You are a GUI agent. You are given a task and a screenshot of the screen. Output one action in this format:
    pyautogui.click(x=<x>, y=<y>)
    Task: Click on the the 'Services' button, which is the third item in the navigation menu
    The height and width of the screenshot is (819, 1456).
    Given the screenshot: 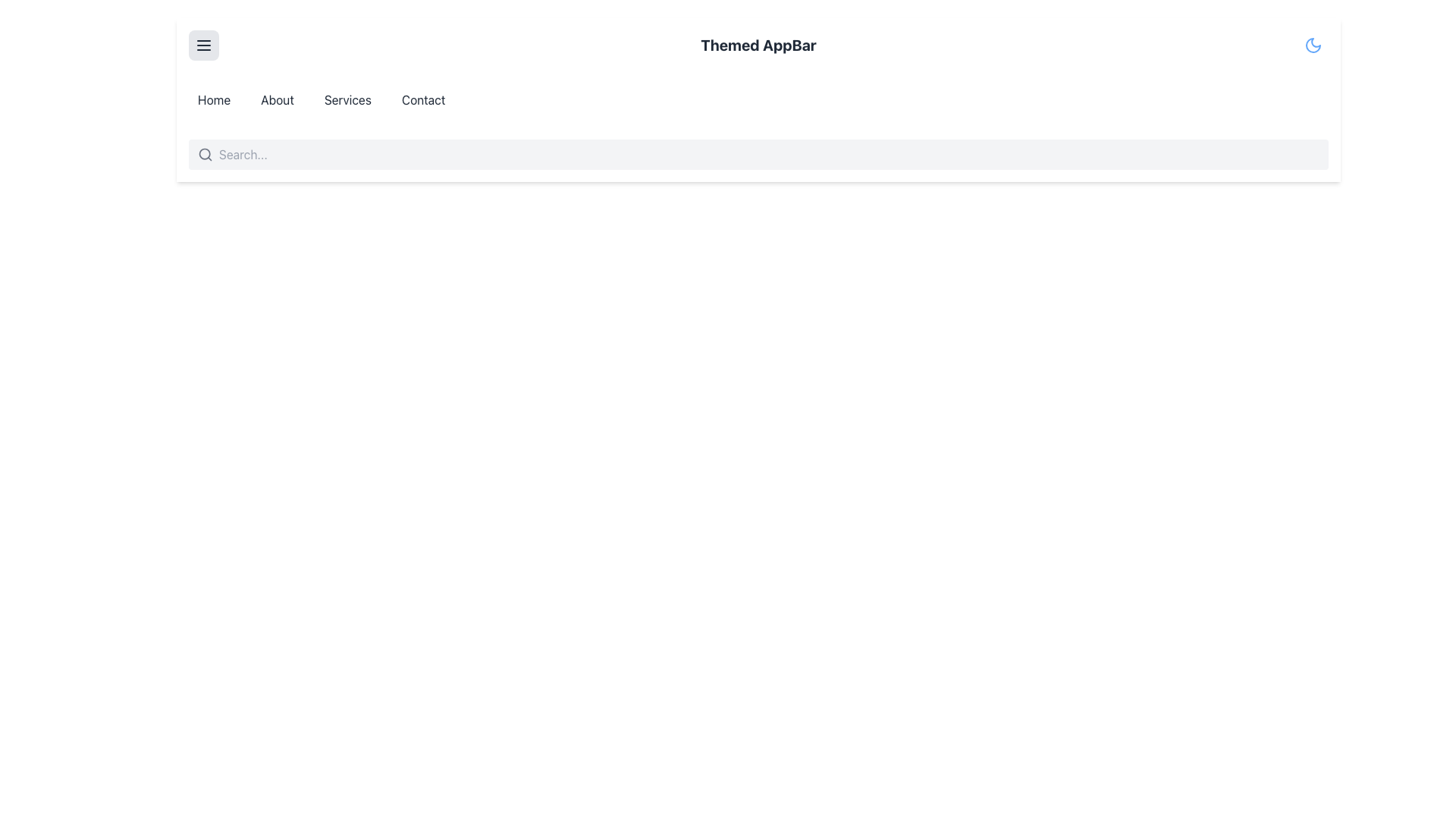 What is the action you would take?
    pyautogui.click(x=346, y=99)
    